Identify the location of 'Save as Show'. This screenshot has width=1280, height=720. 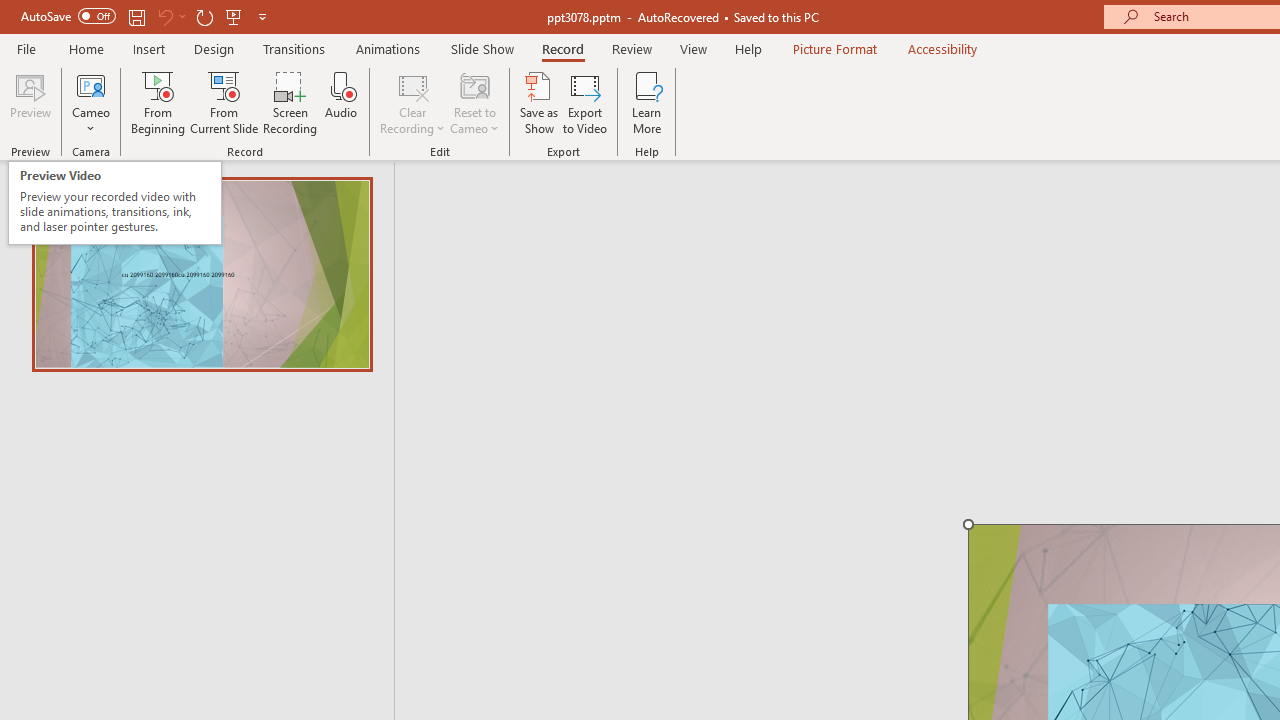
(539, 103).